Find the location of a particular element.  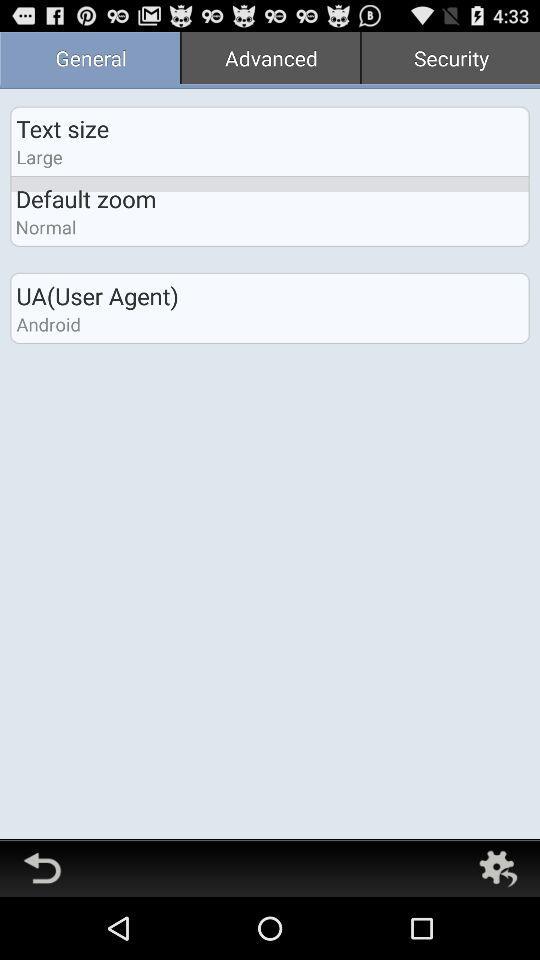

the undo icon is located at coordinates (42, 929).